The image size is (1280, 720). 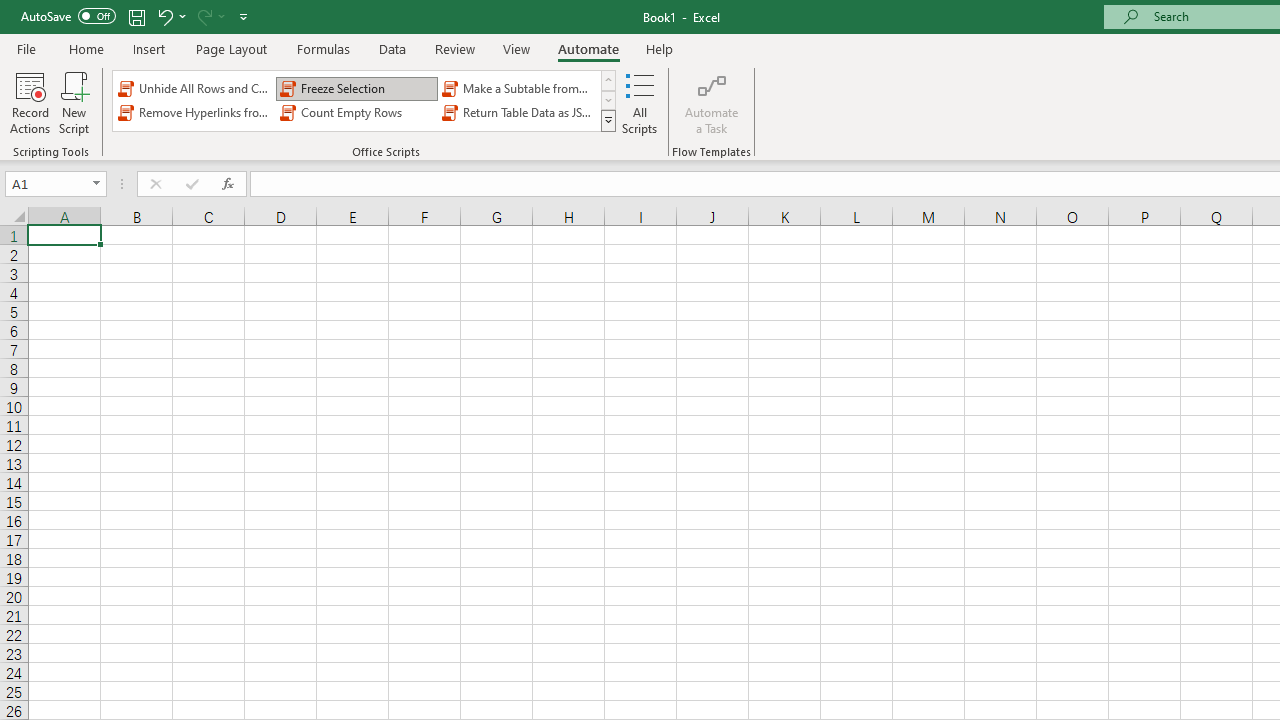 What do you see at coordinates (640, 103) in the screenshot?
I see `'All Scripts'` at bounding box center [640, 103].